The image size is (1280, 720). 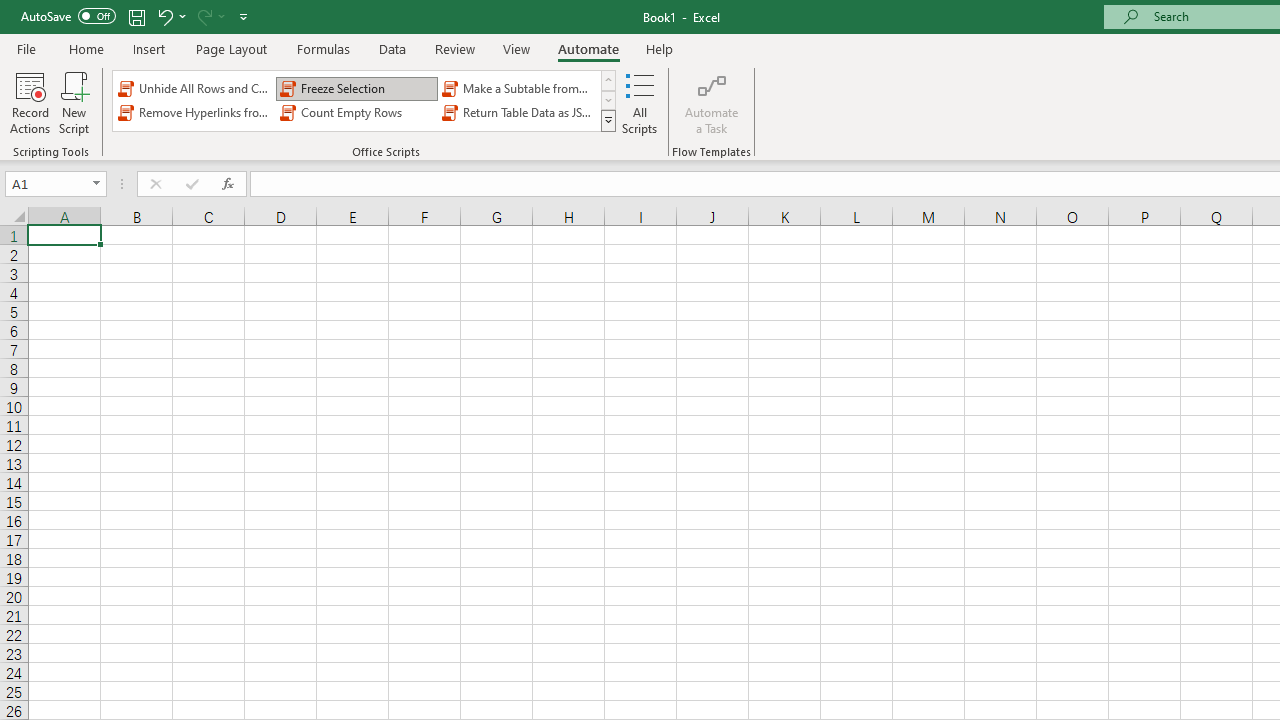 What do you see at coordinates (640, 103) in the screenshot?
I see `'All Scripts'` at bounding box center [640, 103].